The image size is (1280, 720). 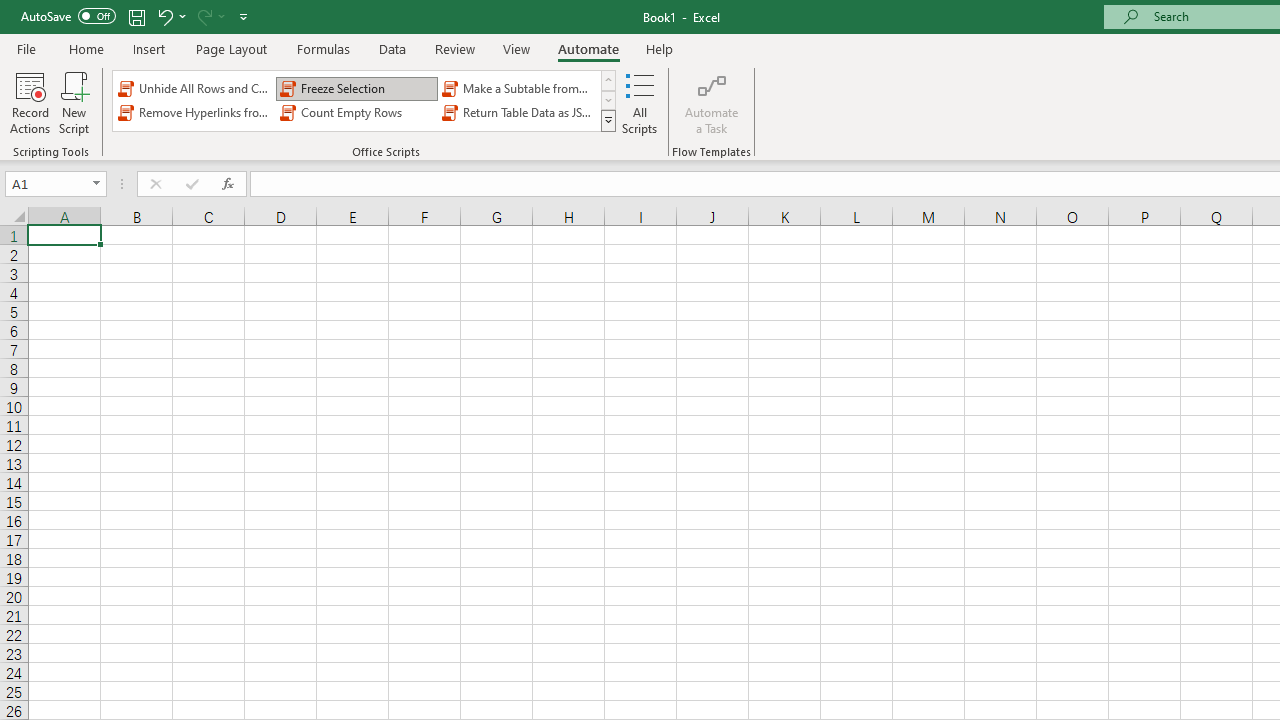 What do you see at coordinates (640, 103) in the screenshot?
I see `'All Scripts'` at bounding box center [640, 103].